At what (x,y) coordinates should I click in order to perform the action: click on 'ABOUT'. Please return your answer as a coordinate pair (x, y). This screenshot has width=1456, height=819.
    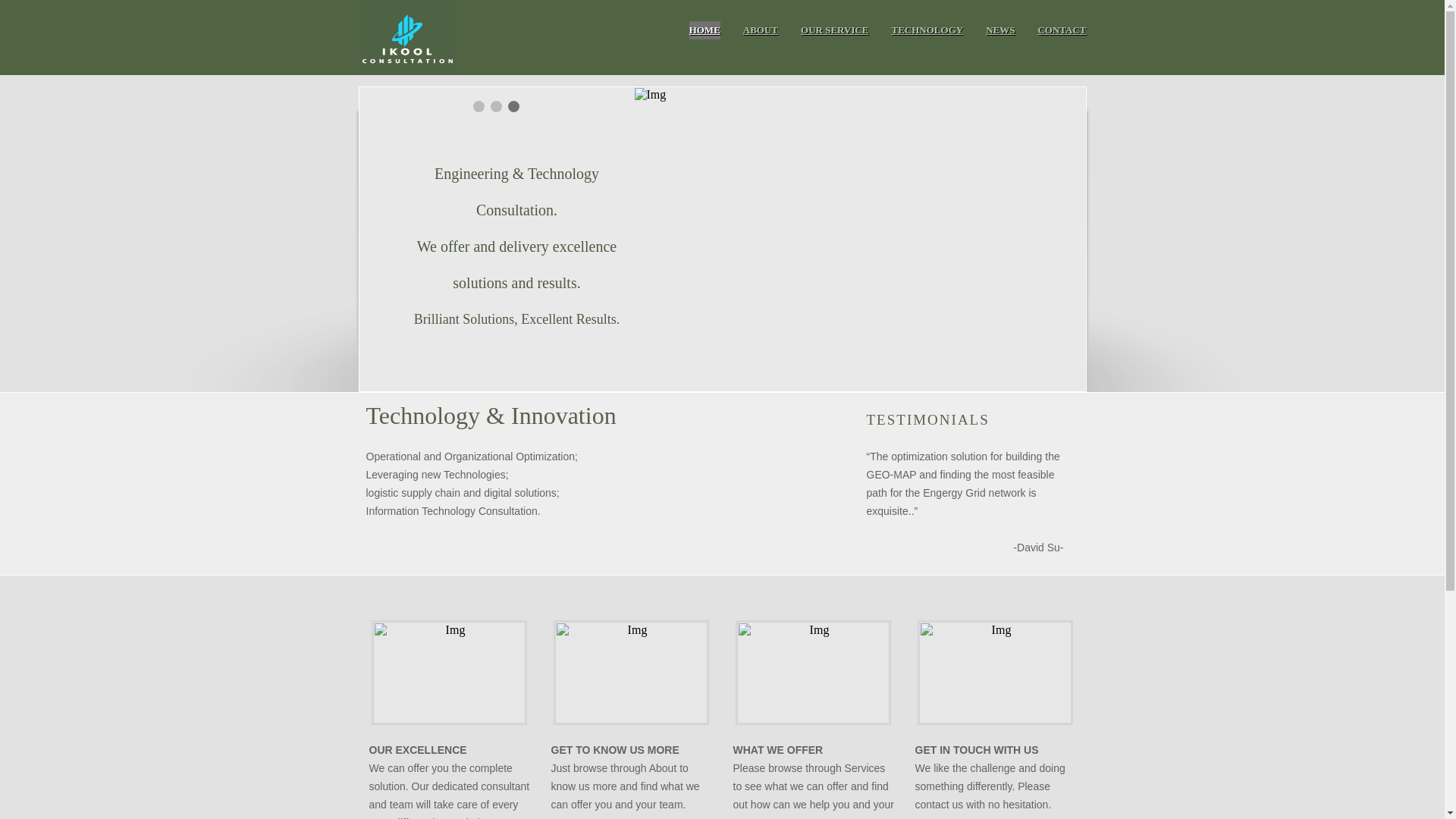
    Looking at the image, I should click on (761, 30).